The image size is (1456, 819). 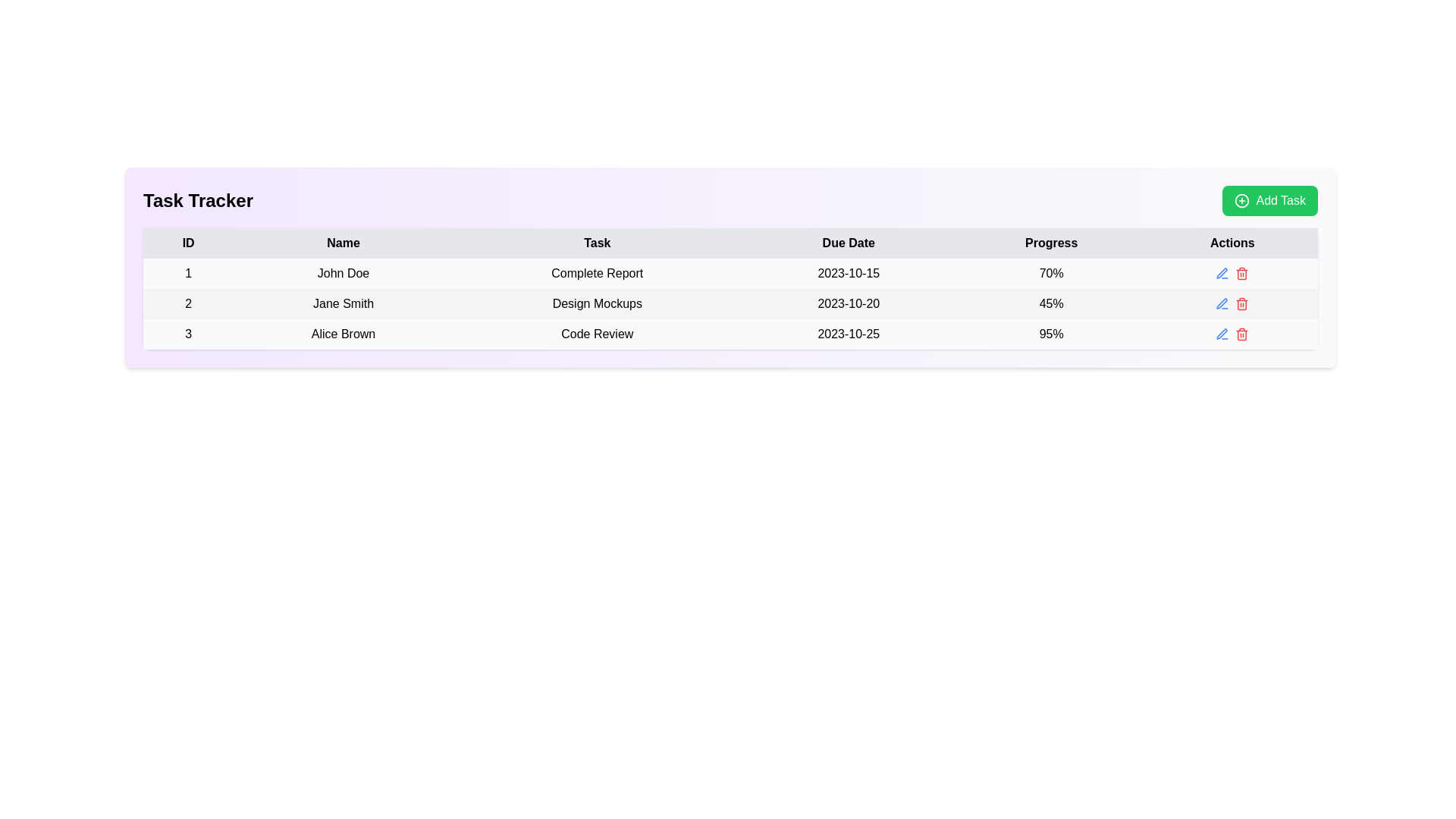 I want to click on the delete button located in the 'Actions' column of the third row in the task tracker interface to observe the hover effect, so click(x=1242, y=333).